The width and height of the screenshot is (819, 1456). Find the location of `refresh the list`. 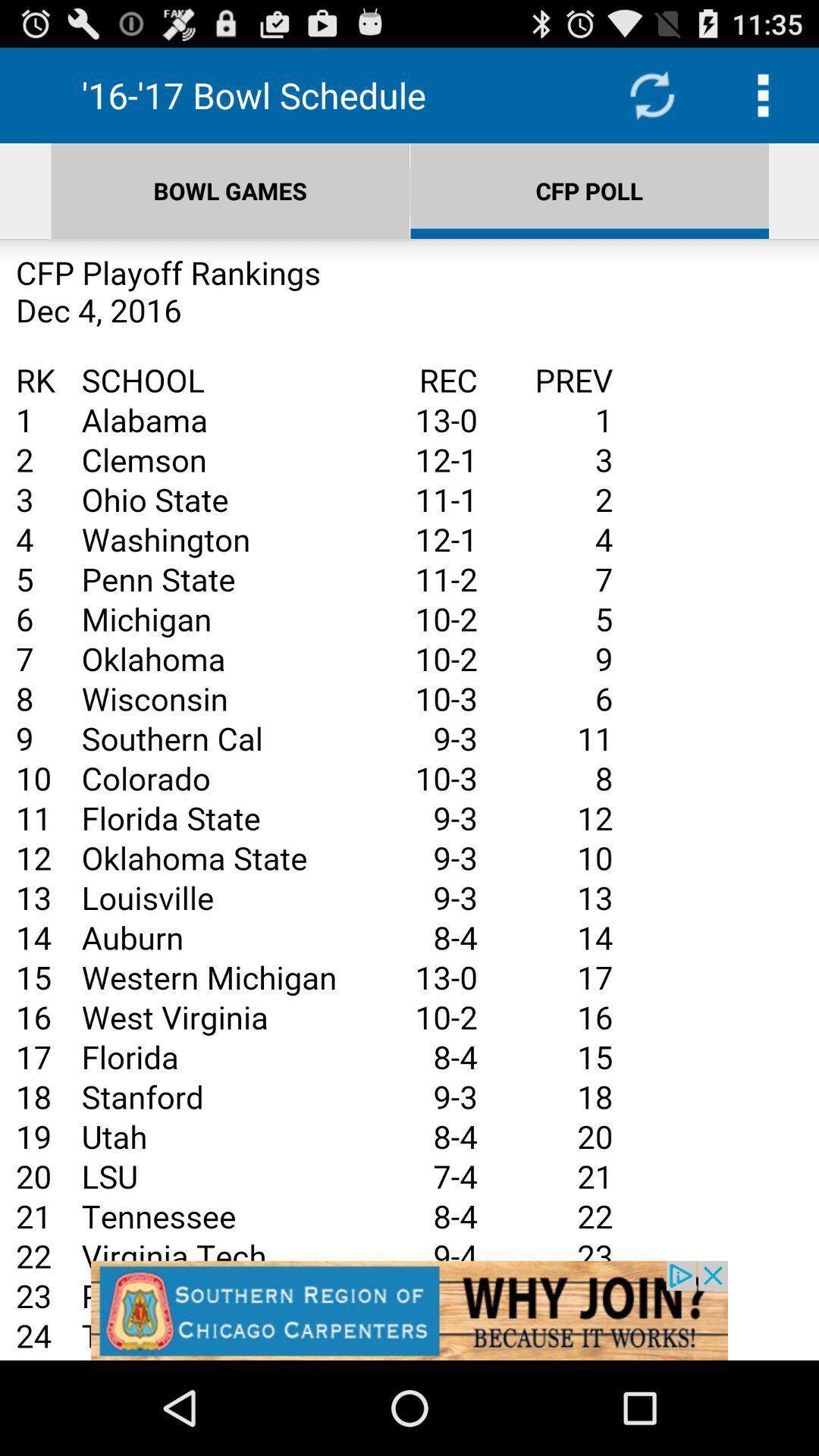

refresh the list is located at coordinates (651, 94).